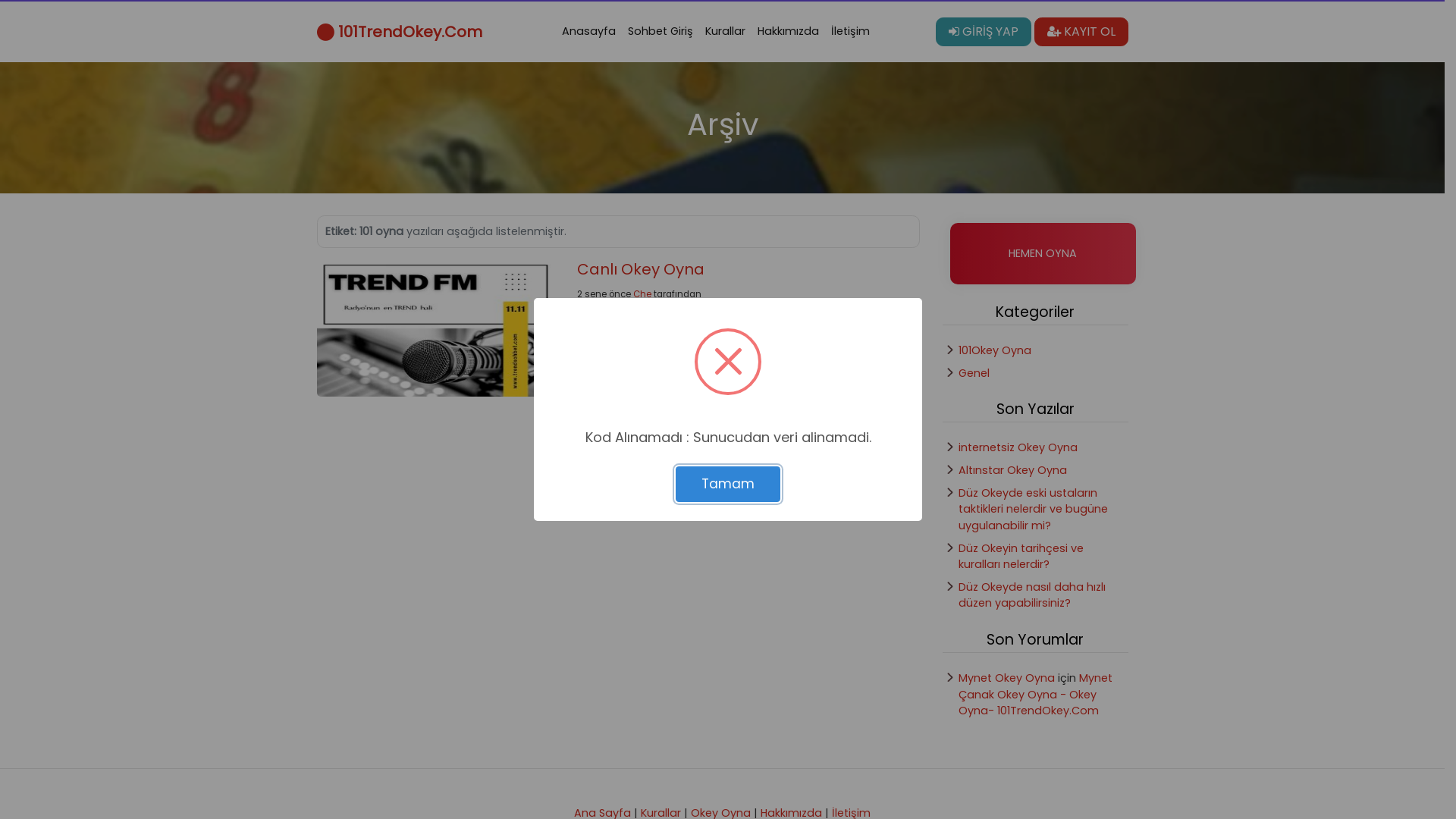 This screenshot has height=819, width=1456. Describe the element at coordinates (1018, 447) in the screenshot. I see `'internetsiz Okey Oyna'` at that location.